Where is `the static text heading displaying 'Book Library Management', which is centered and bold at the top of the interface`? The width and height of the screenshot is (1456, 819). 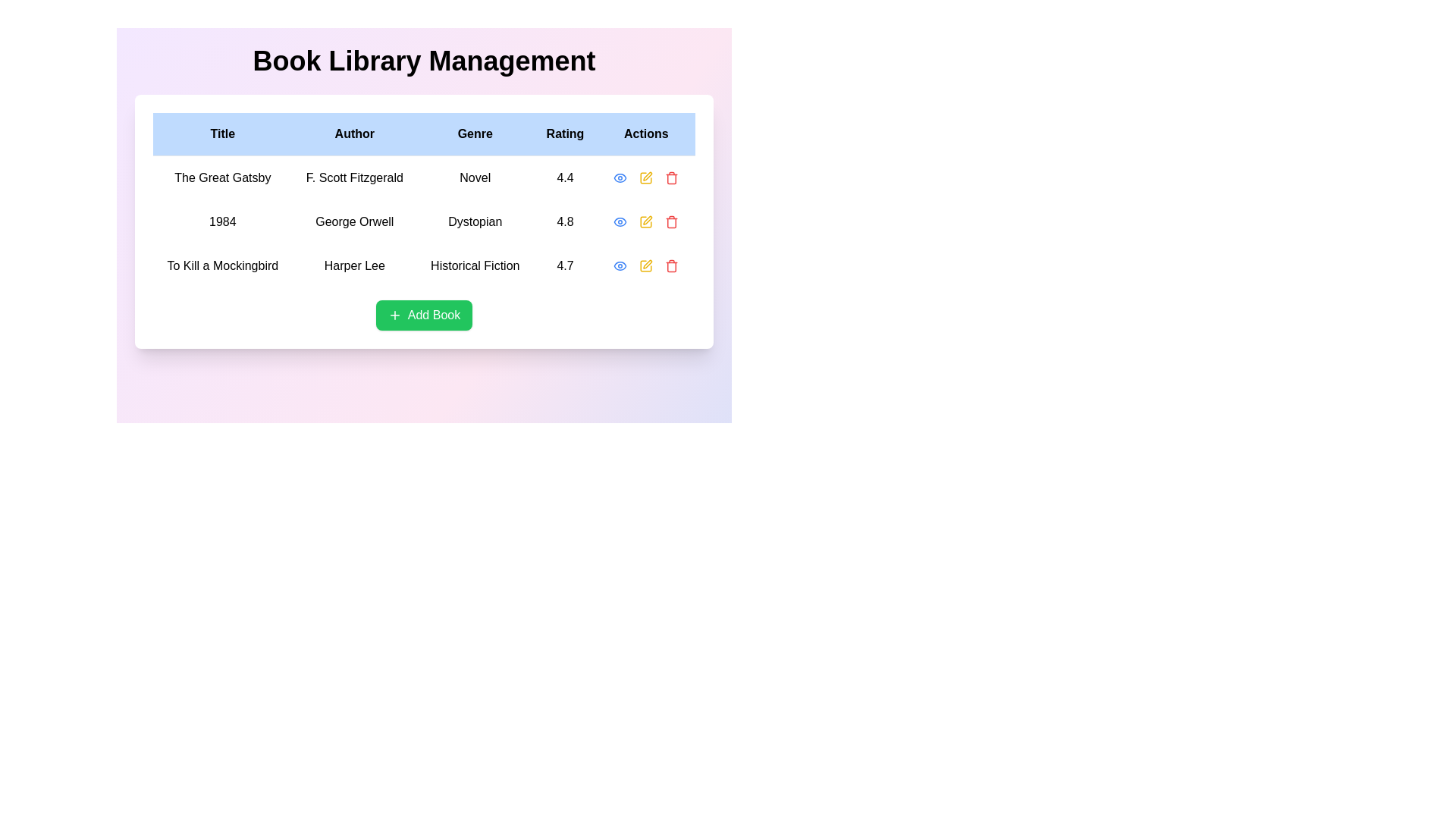
the static text heading displaying 'Book Library Management', which is centered and bold at the top of the interface is located at coordinates (424, 61).